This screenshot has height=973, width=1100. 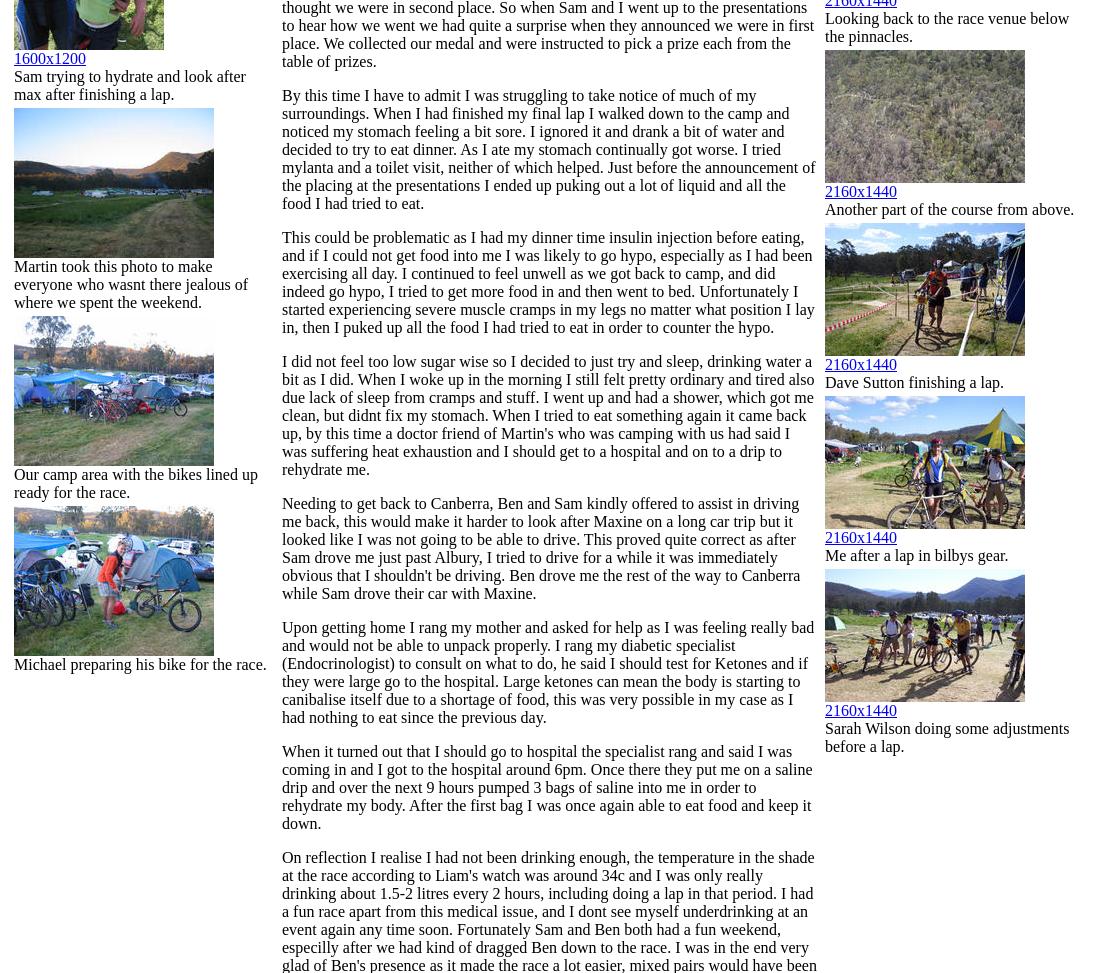 I want to click on 'Our camp area with the bikes lined up ready for the race.', so click(x=135, y=483).